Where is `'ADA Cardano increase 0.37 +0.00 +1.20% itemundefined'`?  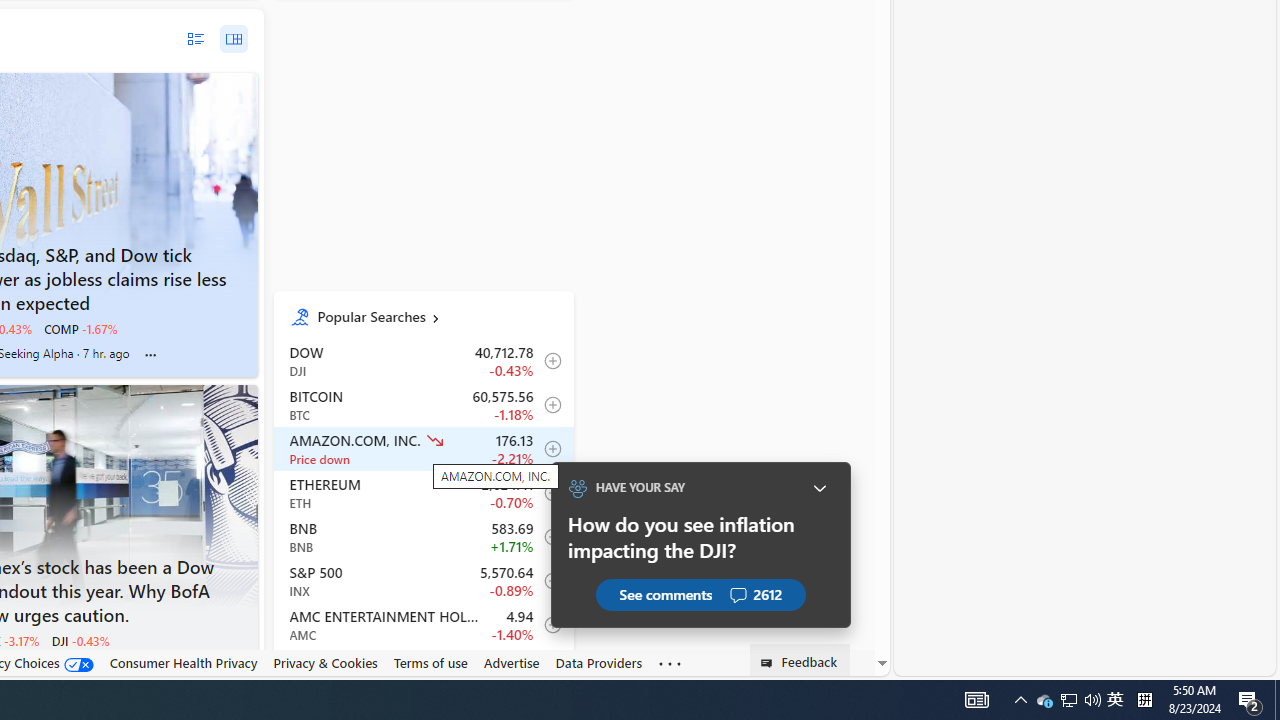
'ADA Cardano increase 0.37 +0.00 +1.20% itemundefined' is located at coordinates (422, 669).